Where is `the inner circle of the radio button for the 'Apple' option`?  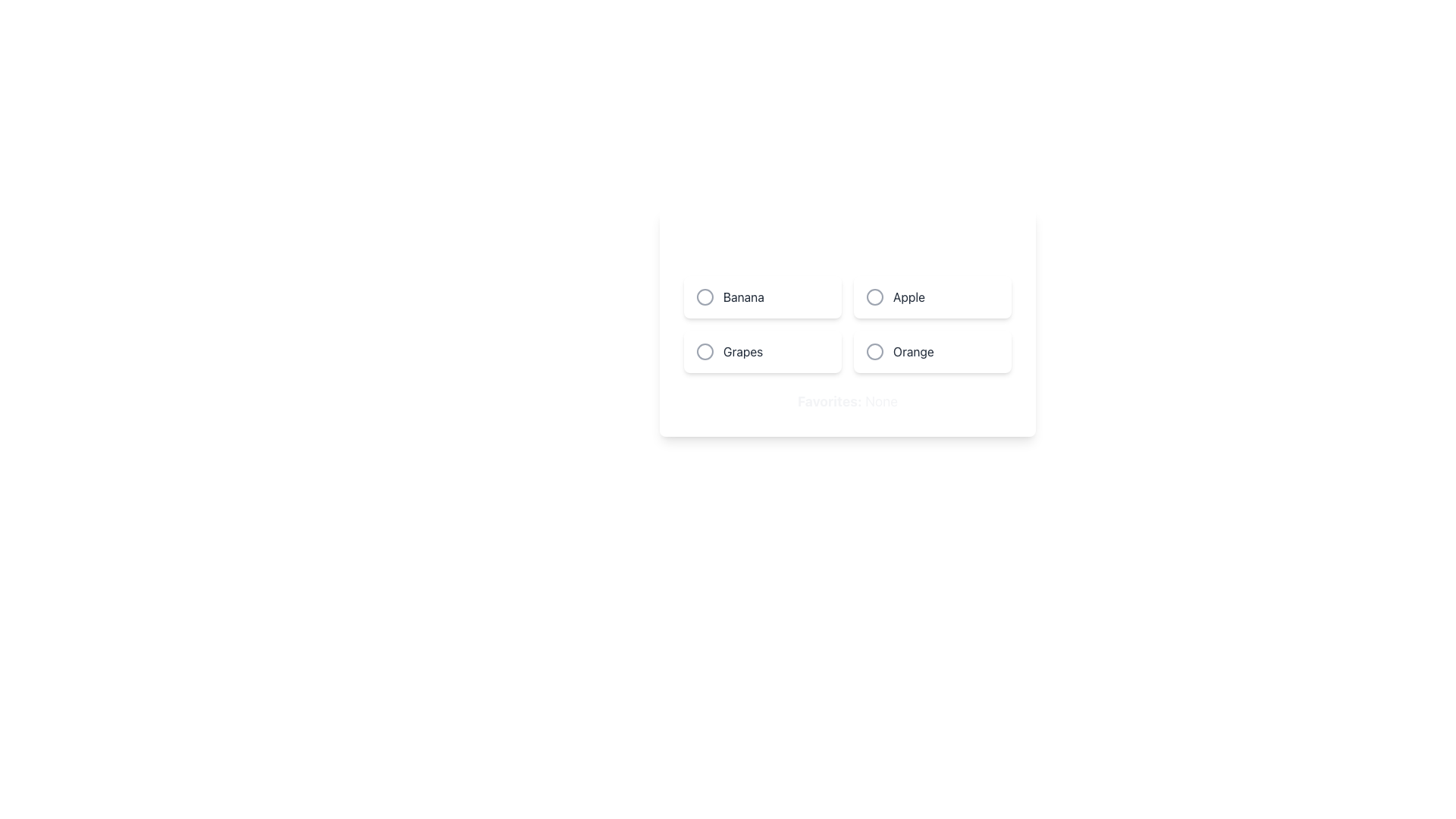
the inner circle of the radio button for the 'Apple' option is located at coordinates (874, 297).